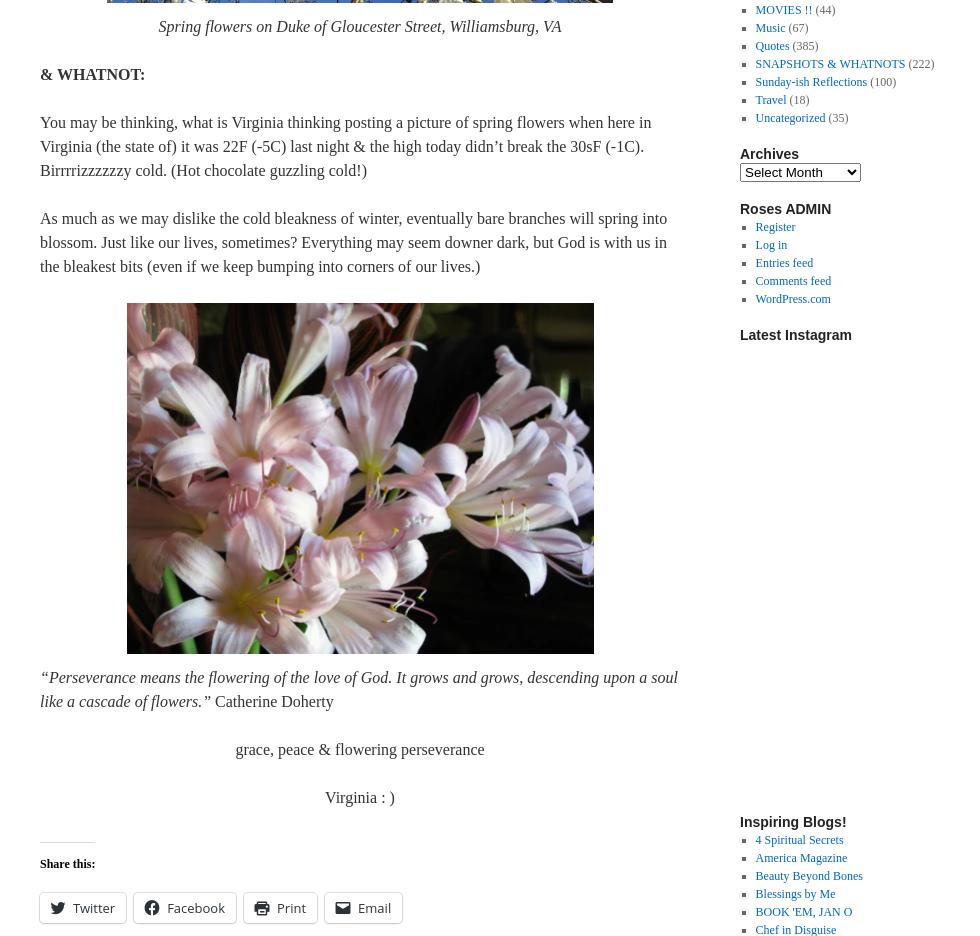 The width and height of the screenshot is (980, 936). I want to click on 'BOOK 'EM, JAN O', so click(803, 912).